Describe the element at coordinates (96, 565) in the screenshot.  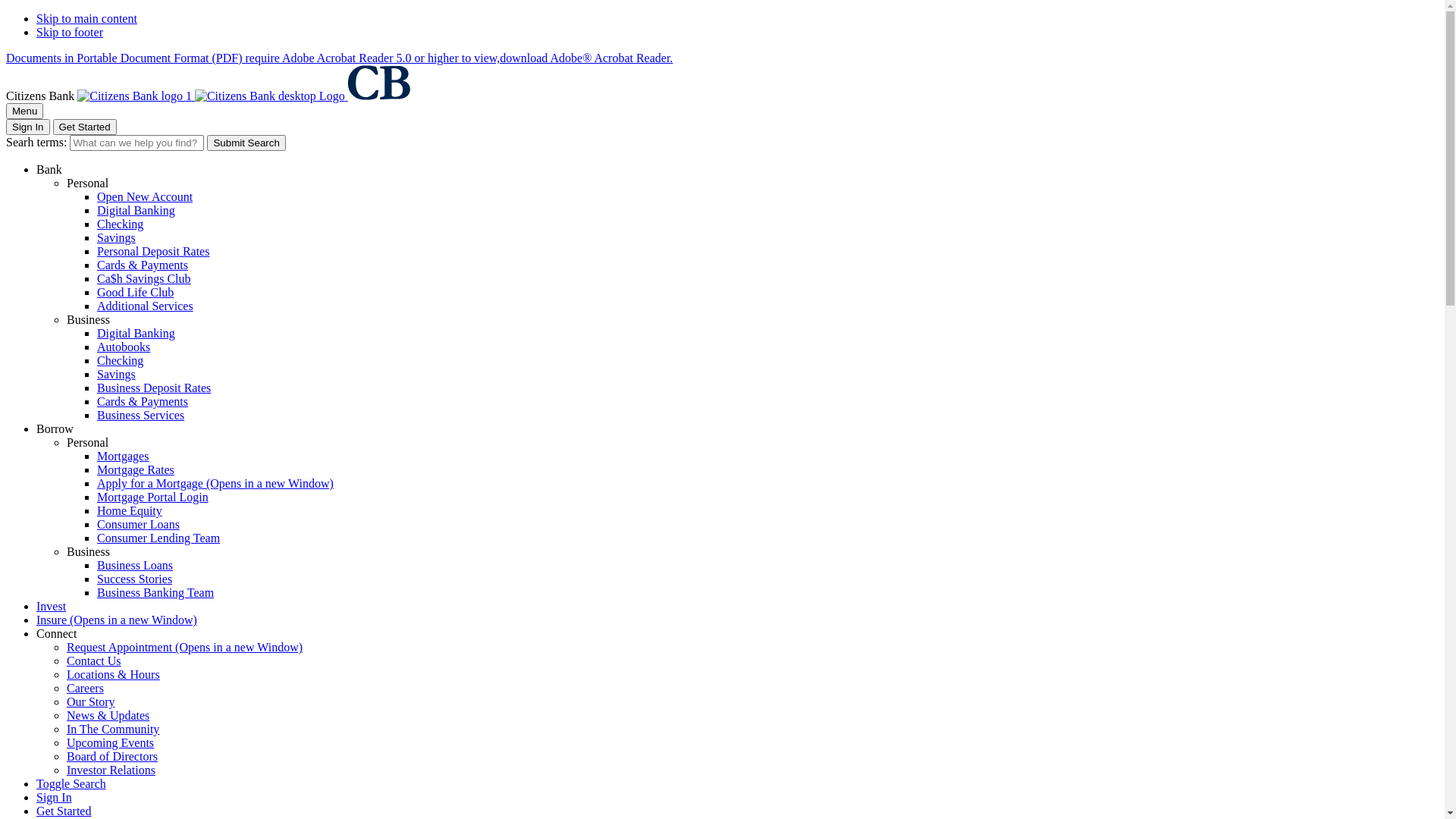
I see `'Business Loans'` at that location.